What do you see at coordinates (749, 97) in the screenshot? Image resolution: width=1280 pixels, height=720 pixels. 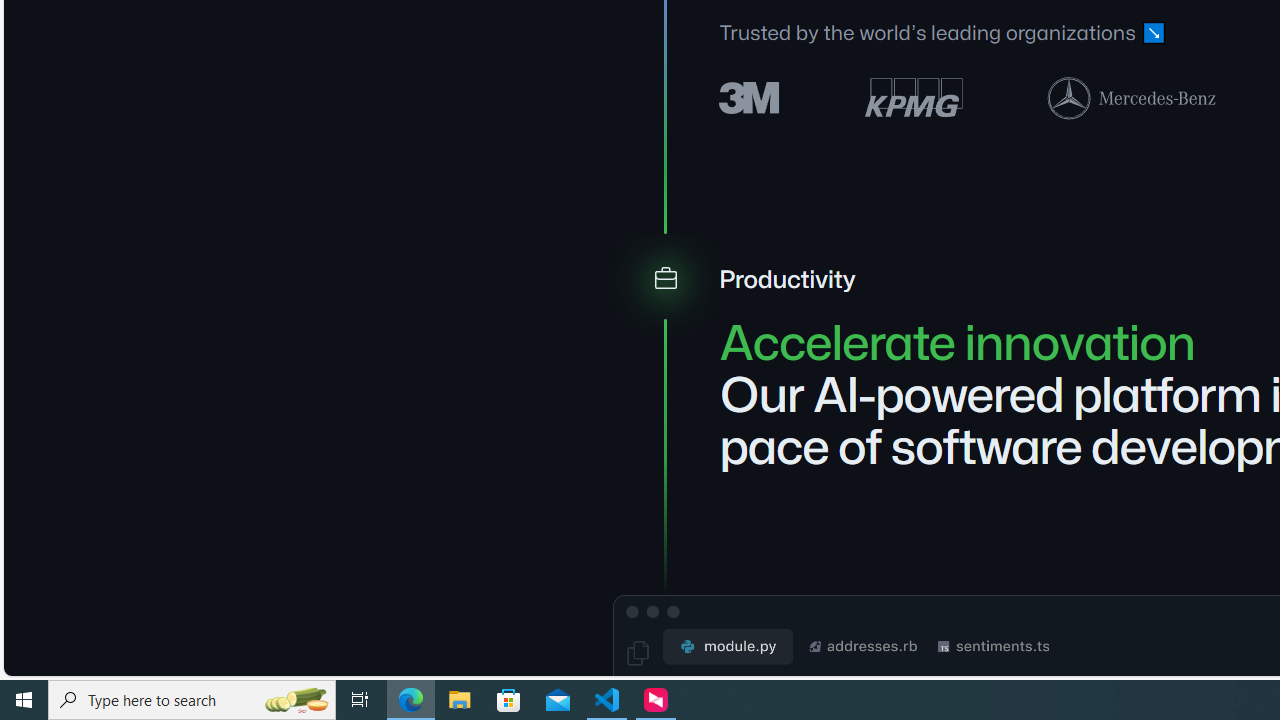 I see `'3M logo'` at bounding box center [749, 97].